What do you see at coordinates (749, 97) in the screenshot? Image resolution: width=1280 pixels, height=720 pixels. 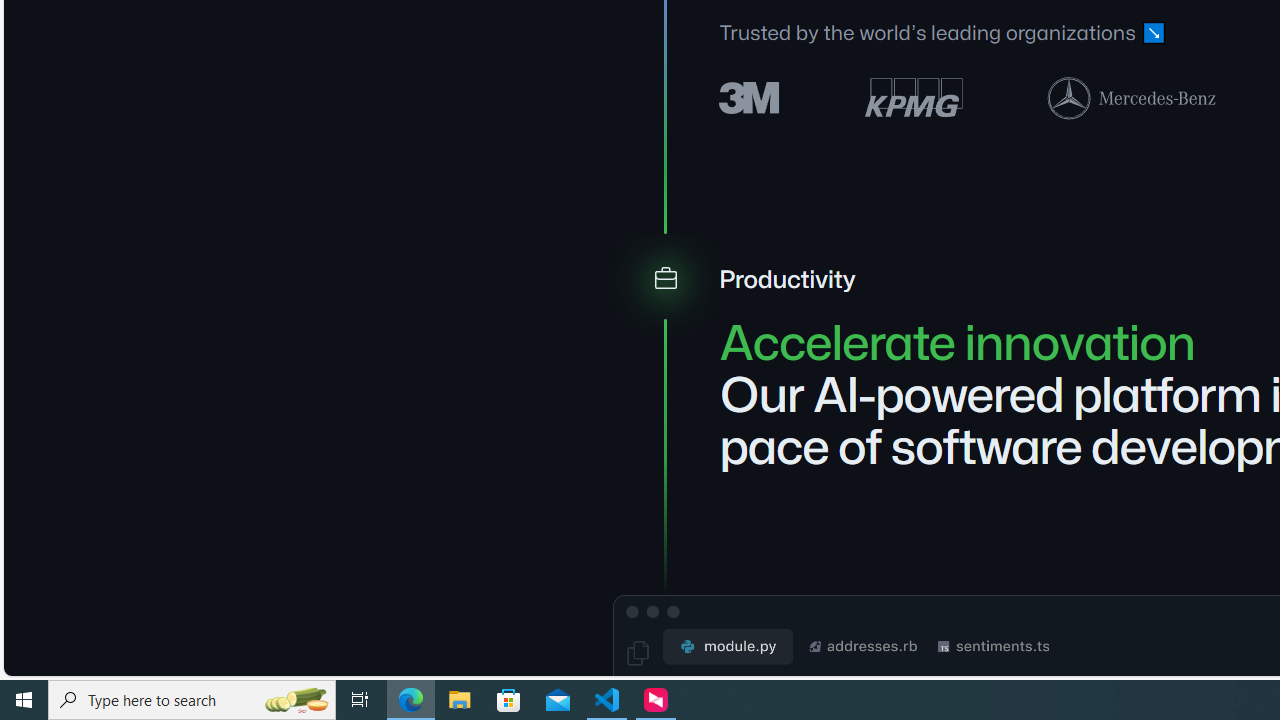 I see `'3M logo'` at bounding box center [749, 97].